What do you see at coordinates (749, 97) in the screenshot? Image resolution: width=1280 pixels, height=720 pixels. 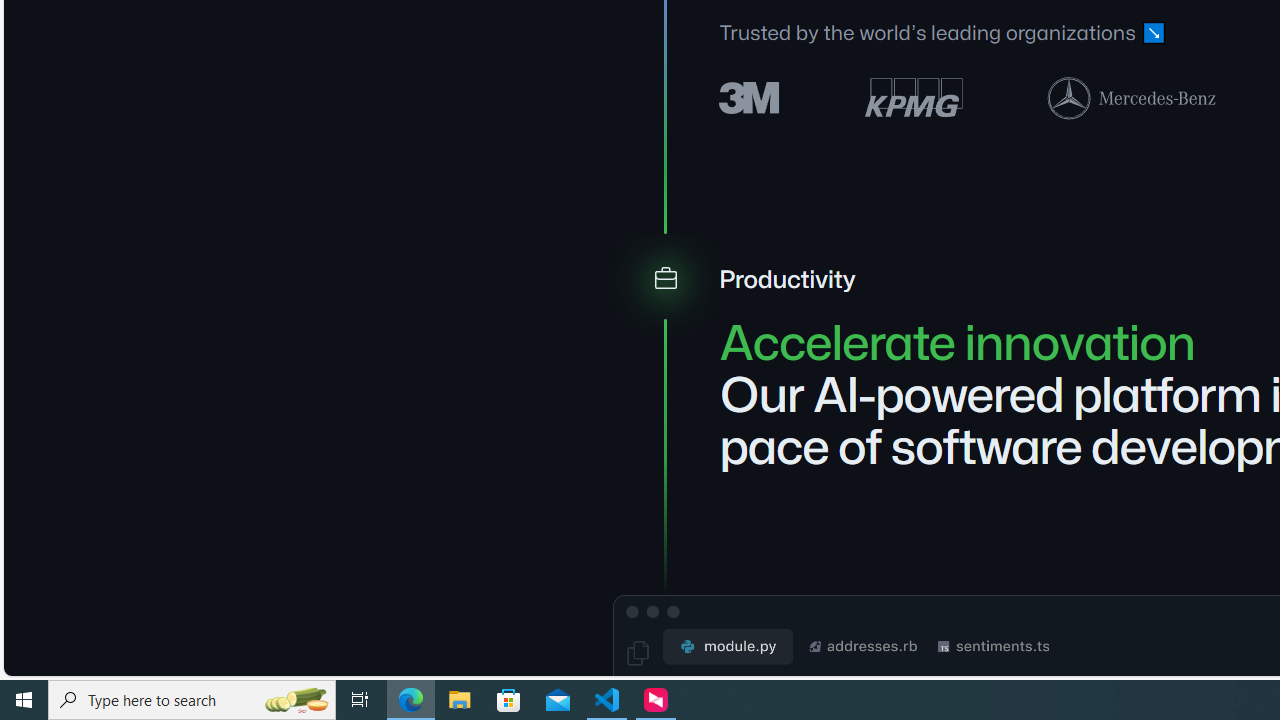 I see `'3M logo'` at bounding box center [749, 97].